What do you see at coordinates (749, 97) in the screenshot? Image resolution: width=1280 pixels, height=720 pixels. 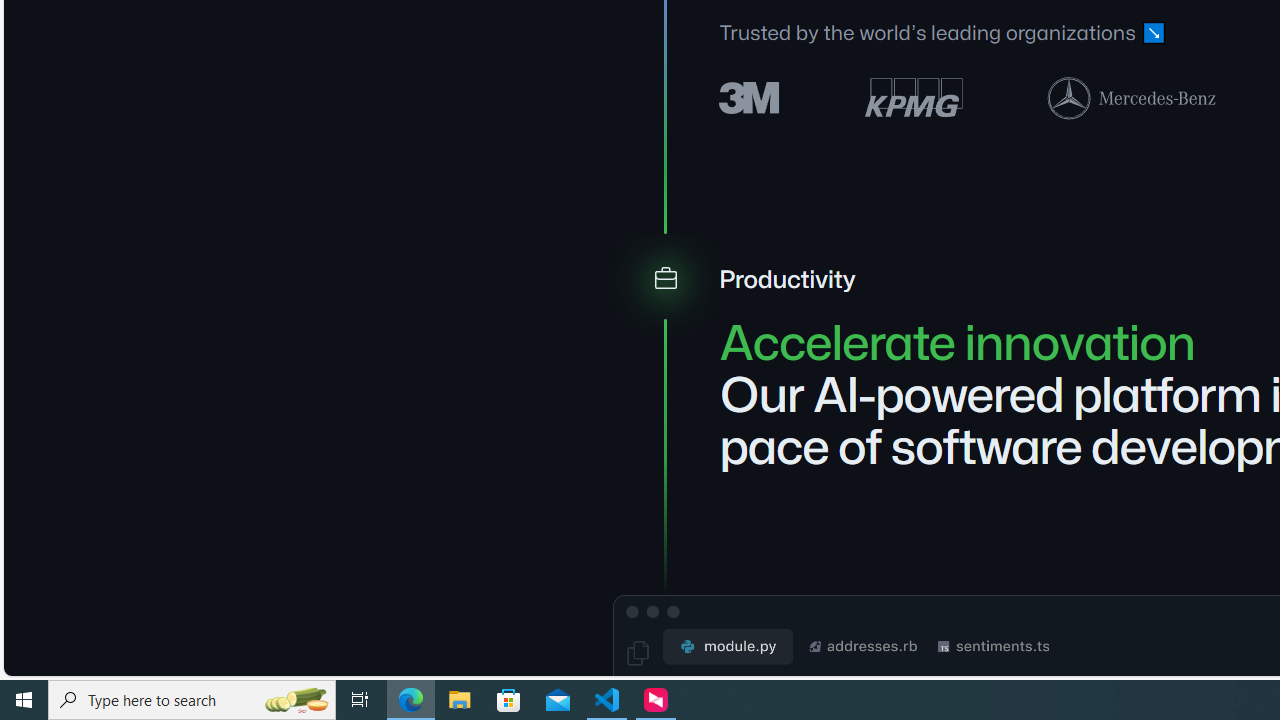 I see `'3M logo'` at bounding box center [749, 97].